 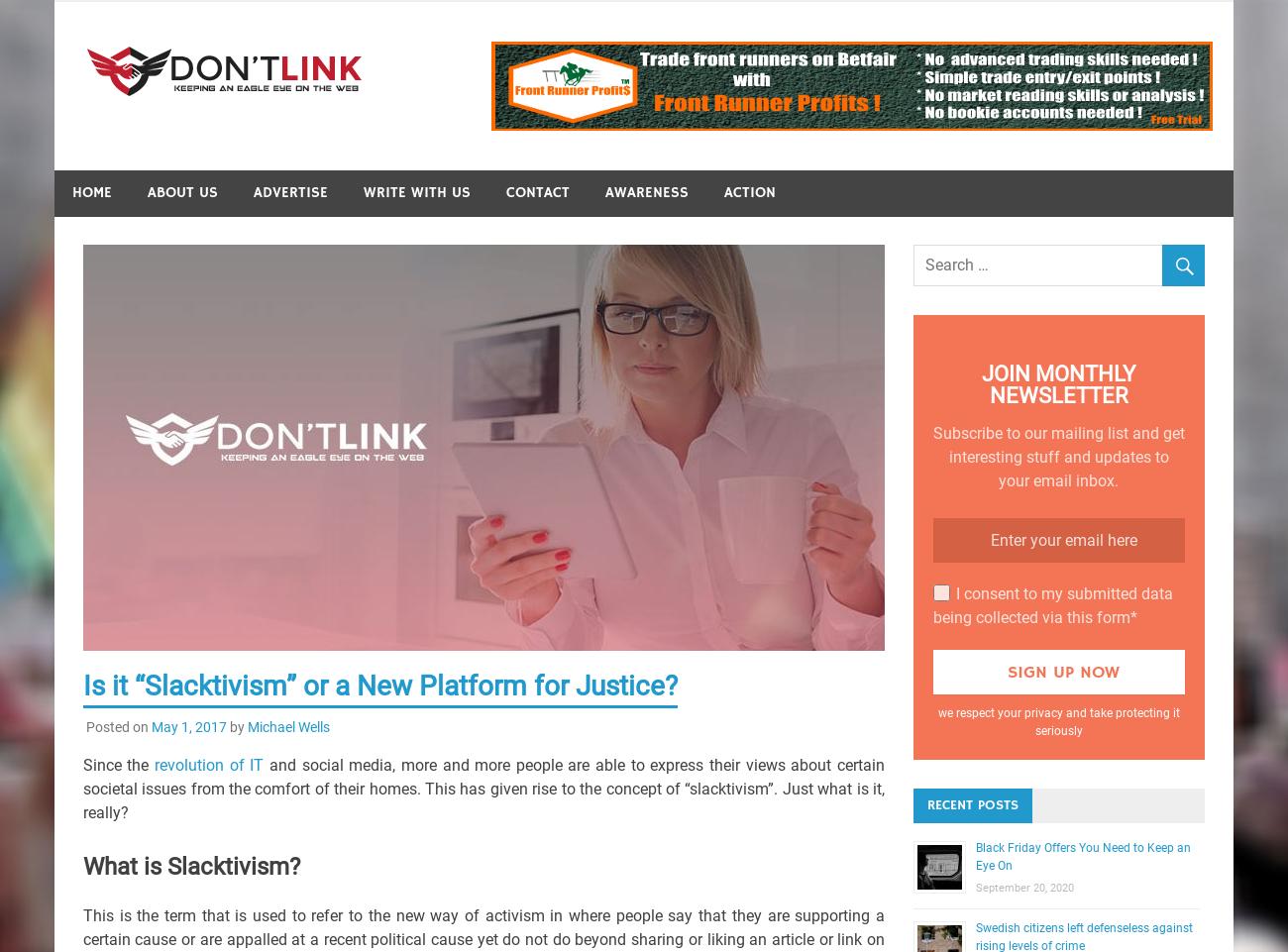 I want to click on 'Since the', so click(x=117, y=764).